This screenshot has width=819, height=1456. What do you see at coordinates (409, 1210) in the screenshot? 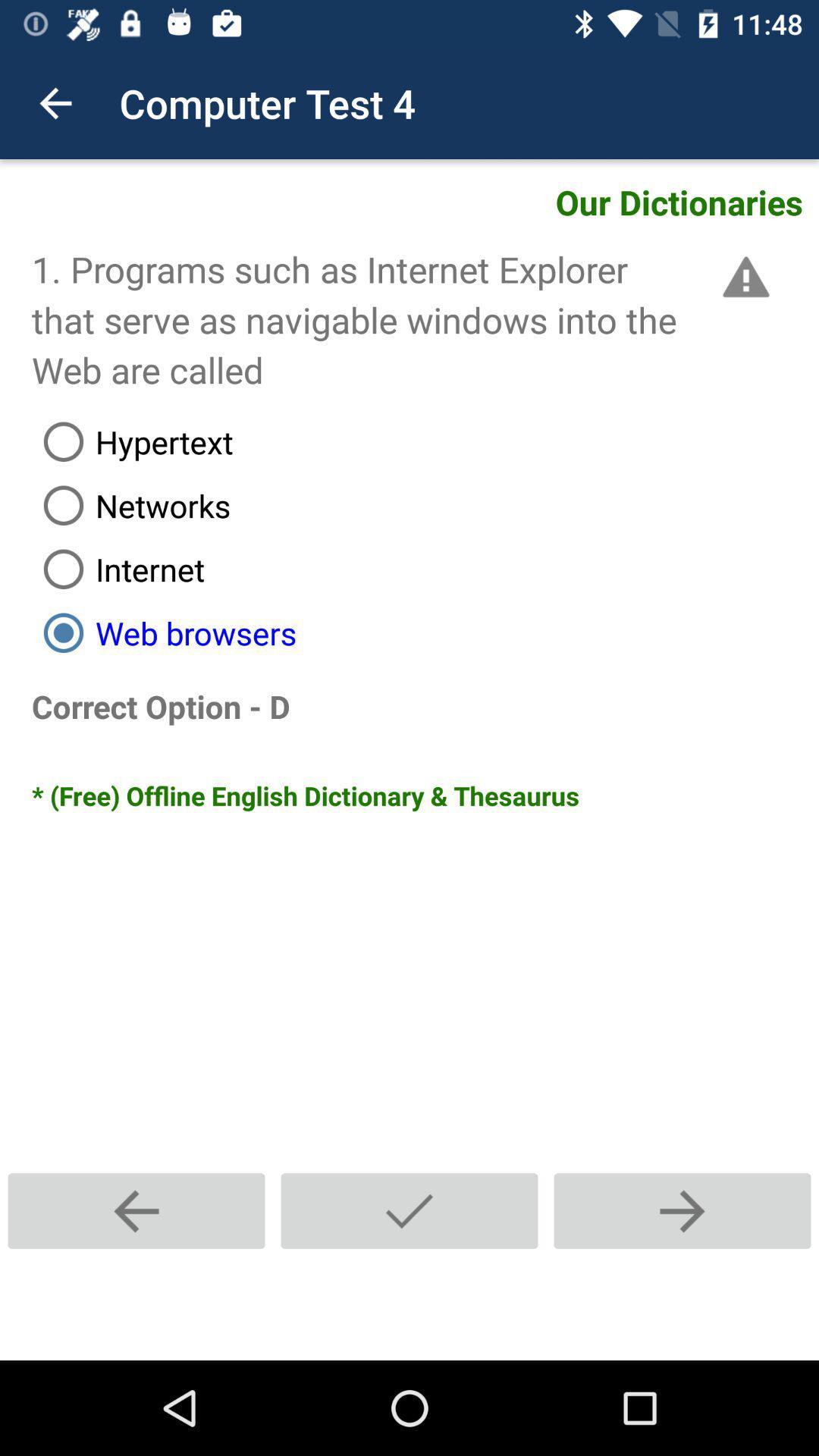
I see `confirm selection` at bounding box center [409, 1210].